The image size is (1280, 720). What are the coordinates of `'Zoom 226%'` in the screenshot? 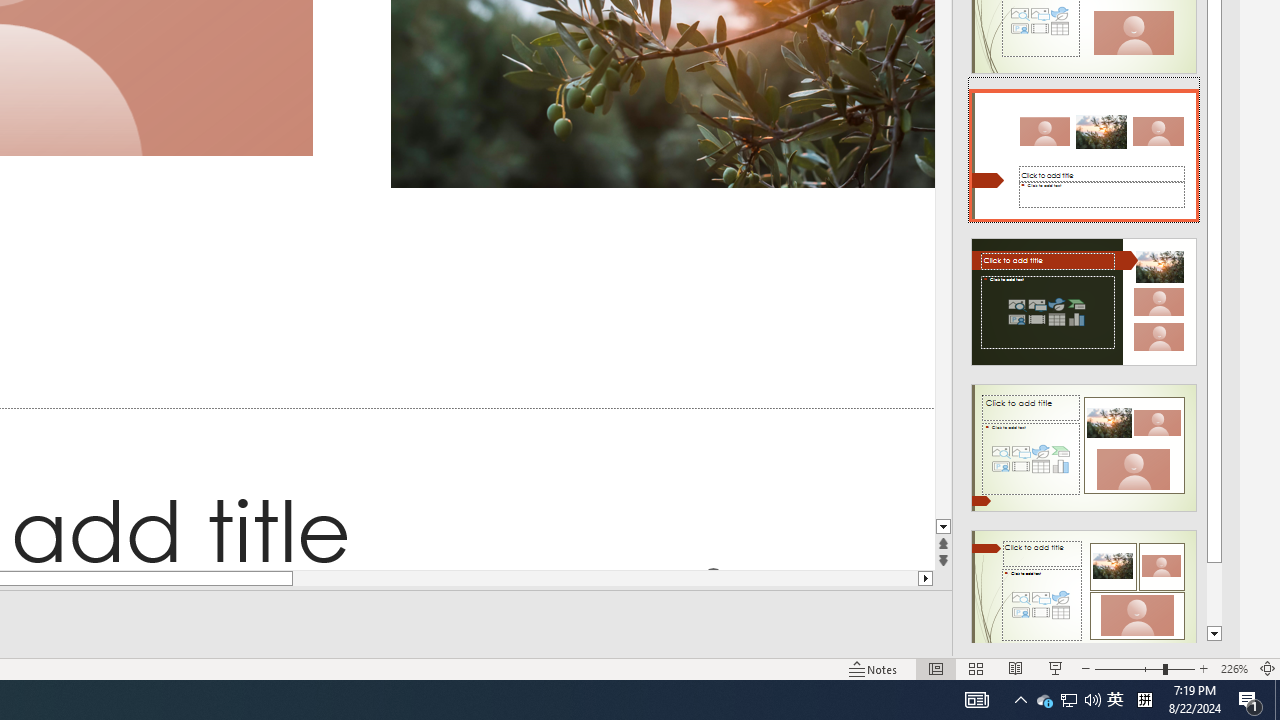 It's located at (1233, 669).